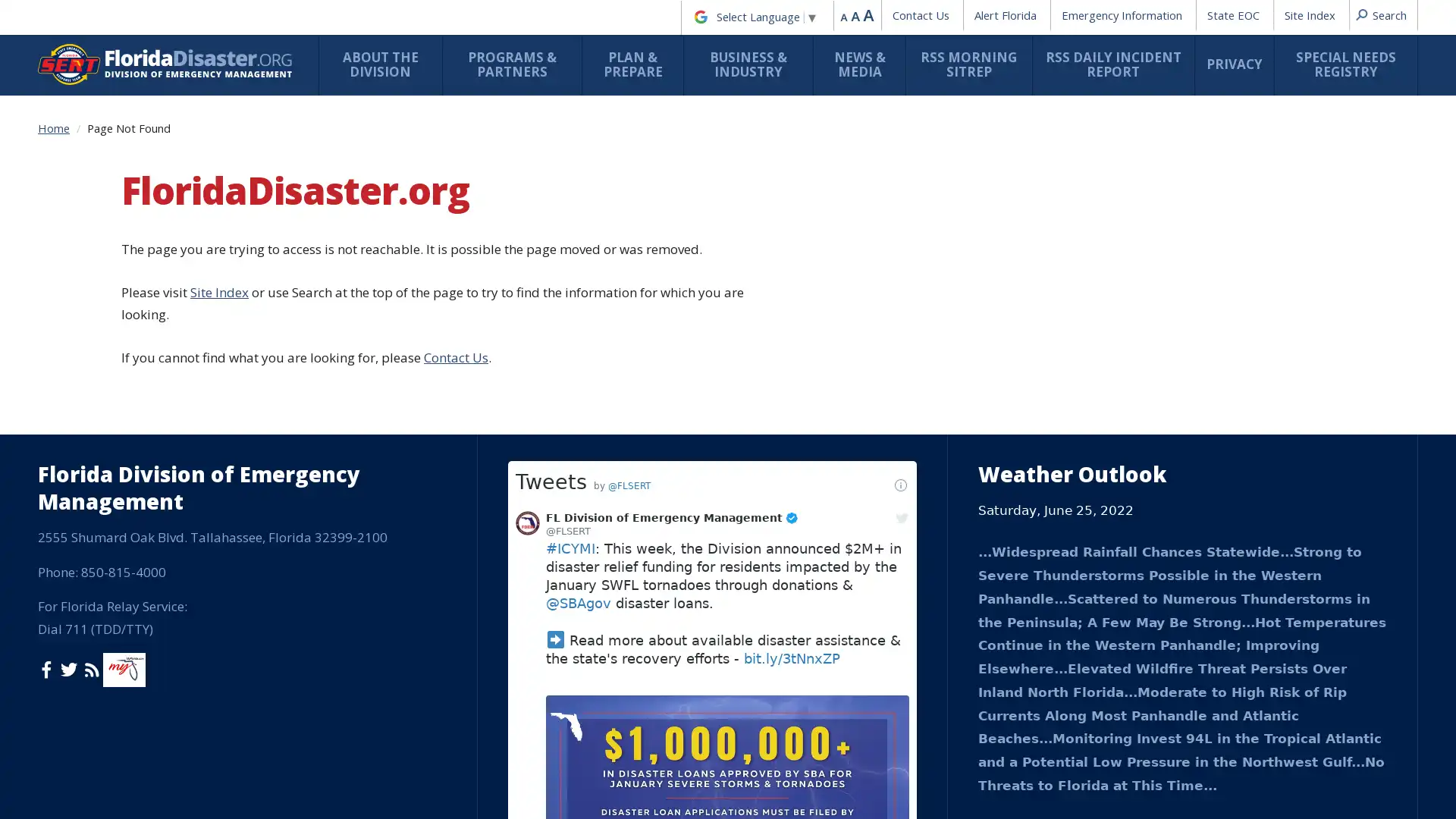 The height and width of the screenshot is (819, 1456). What do you see at coordinates (455, 115) in the screenshot?
I see `Toggle More` at bounding box center [455, 115].